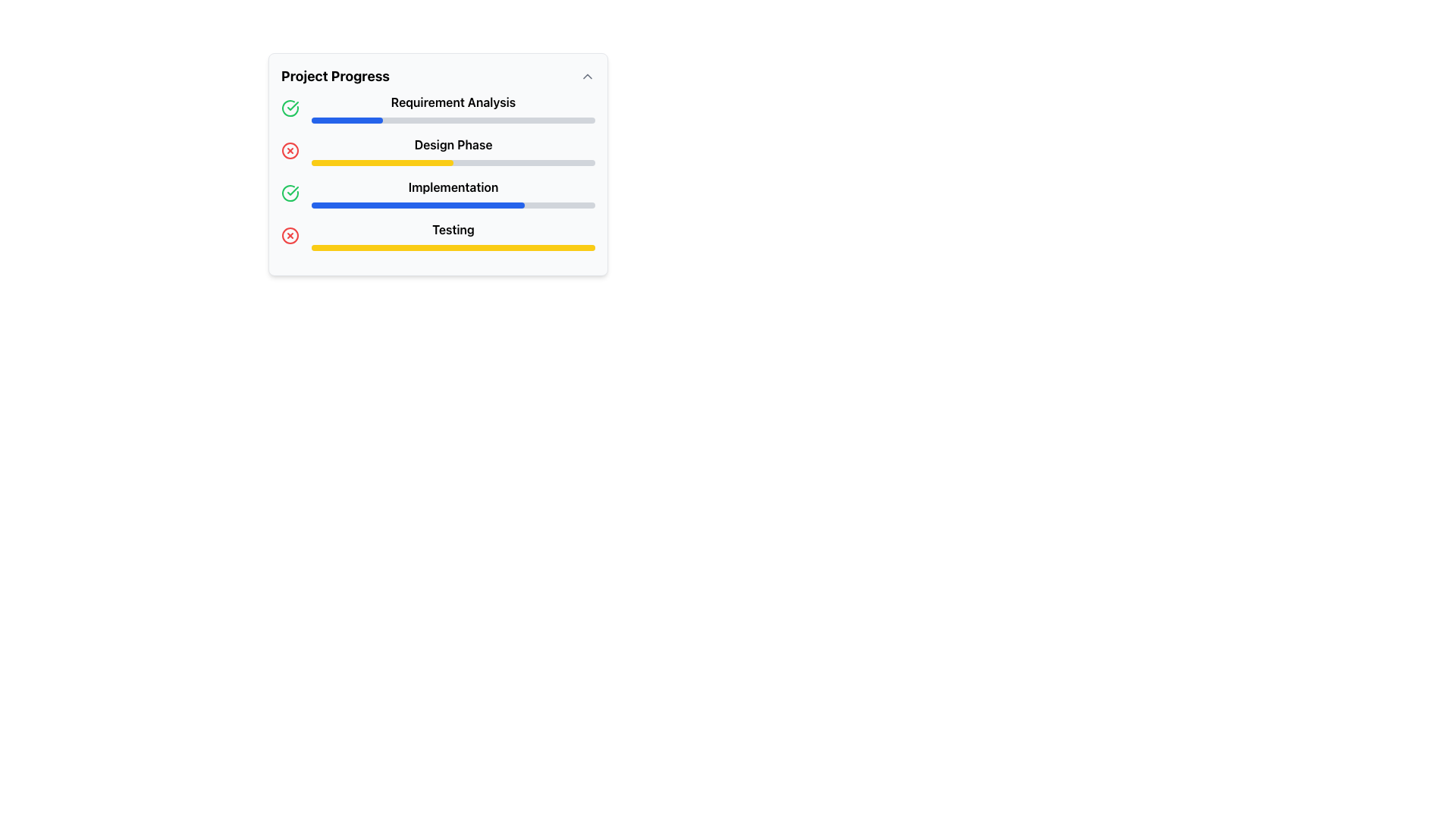 The image size is (1456, 819). I want to click on the icon indicating the status for the 'Testing' section, which is the first element on the left before the text 'Testing', so click(290, 236).